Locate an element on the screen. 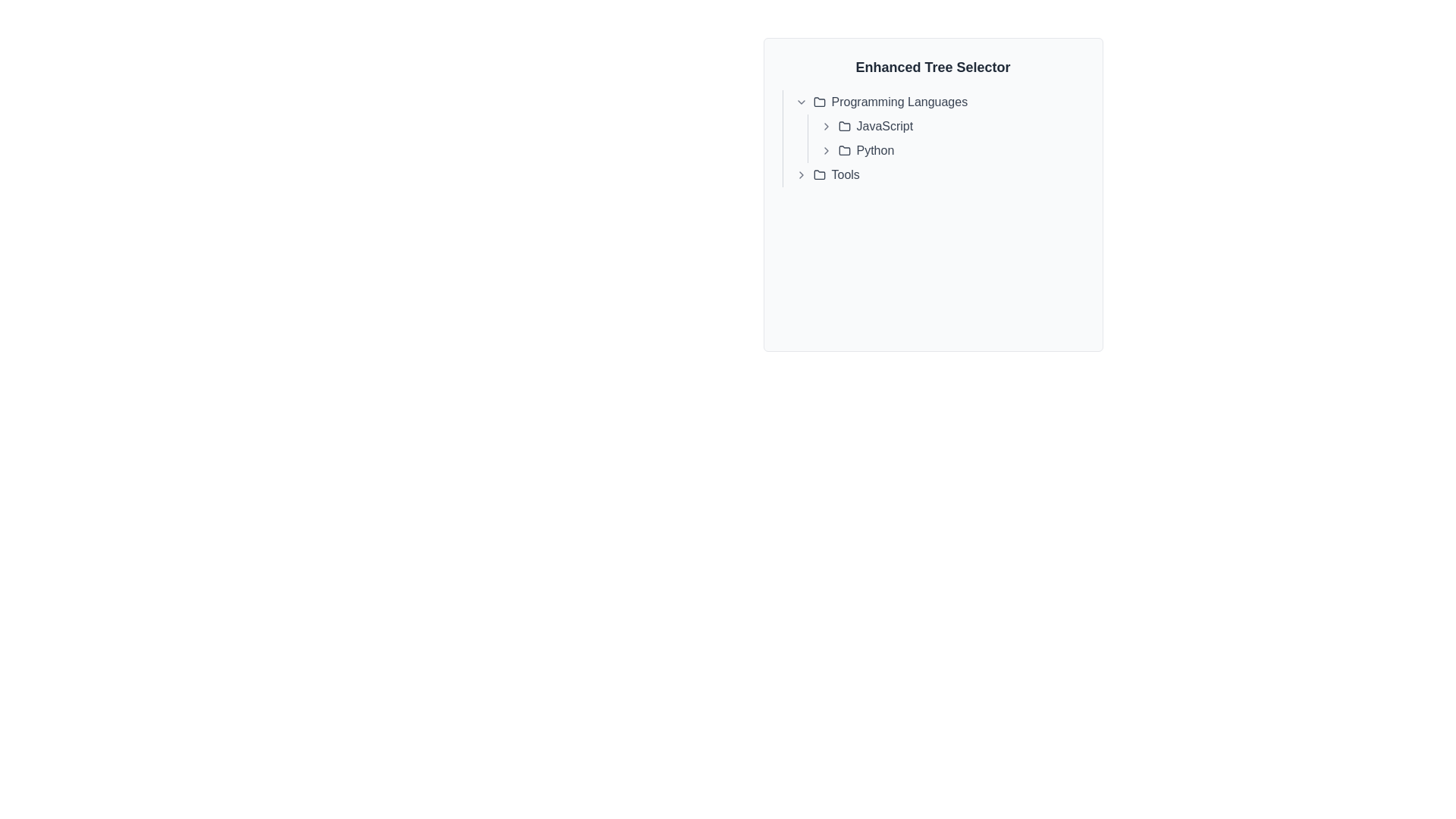 The width and height of the screenshot is (1456, 819). the text label reading 'Programming Languages' which is styled in gray and has an underline on hover, located in the center area of the layout, accompanied by a folder icon to its left is located at coordinates (890, 102).